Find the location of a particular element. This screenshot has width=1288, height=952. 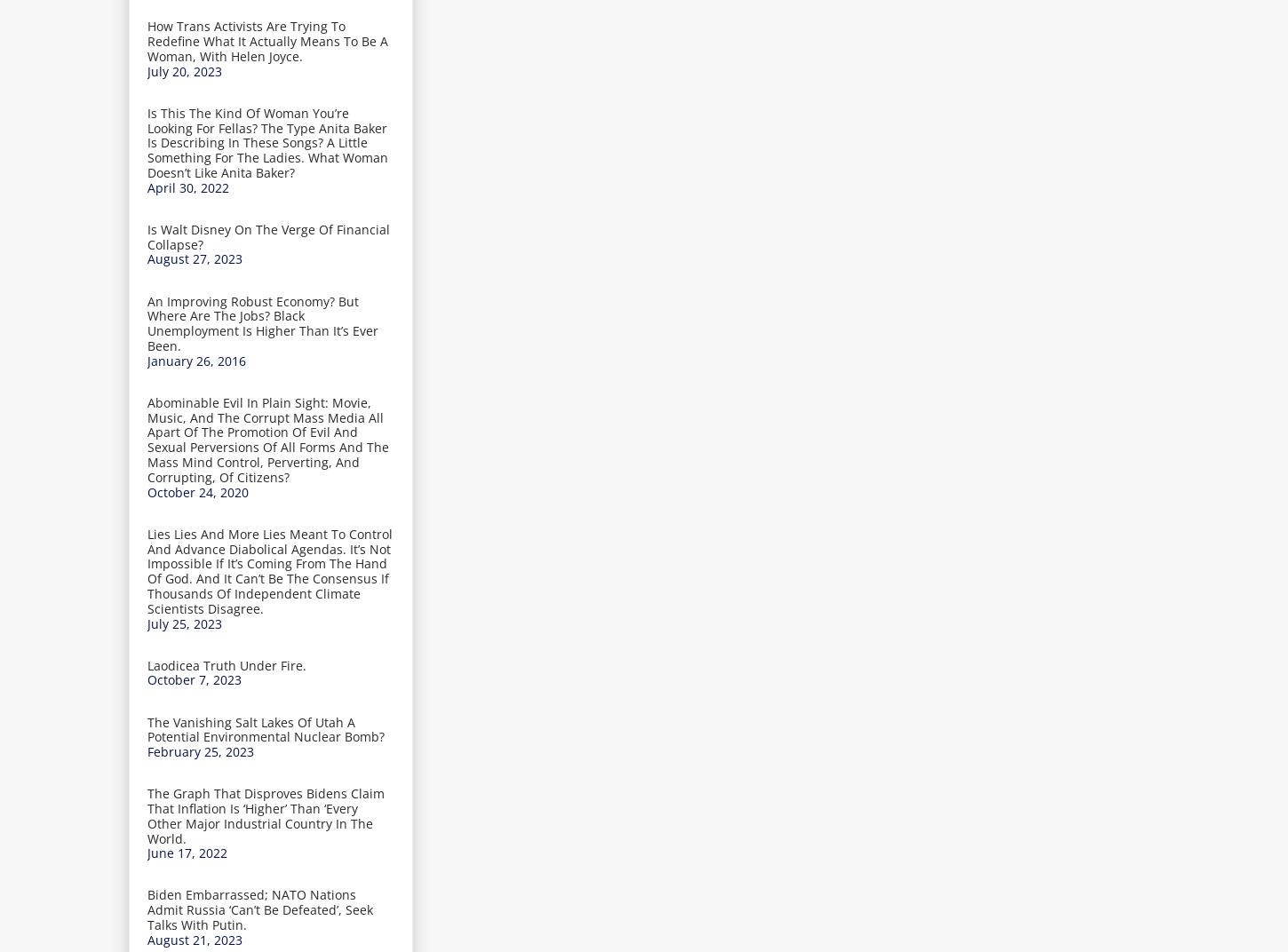

'February 25, 2023' is located at coordinates (200, 750).